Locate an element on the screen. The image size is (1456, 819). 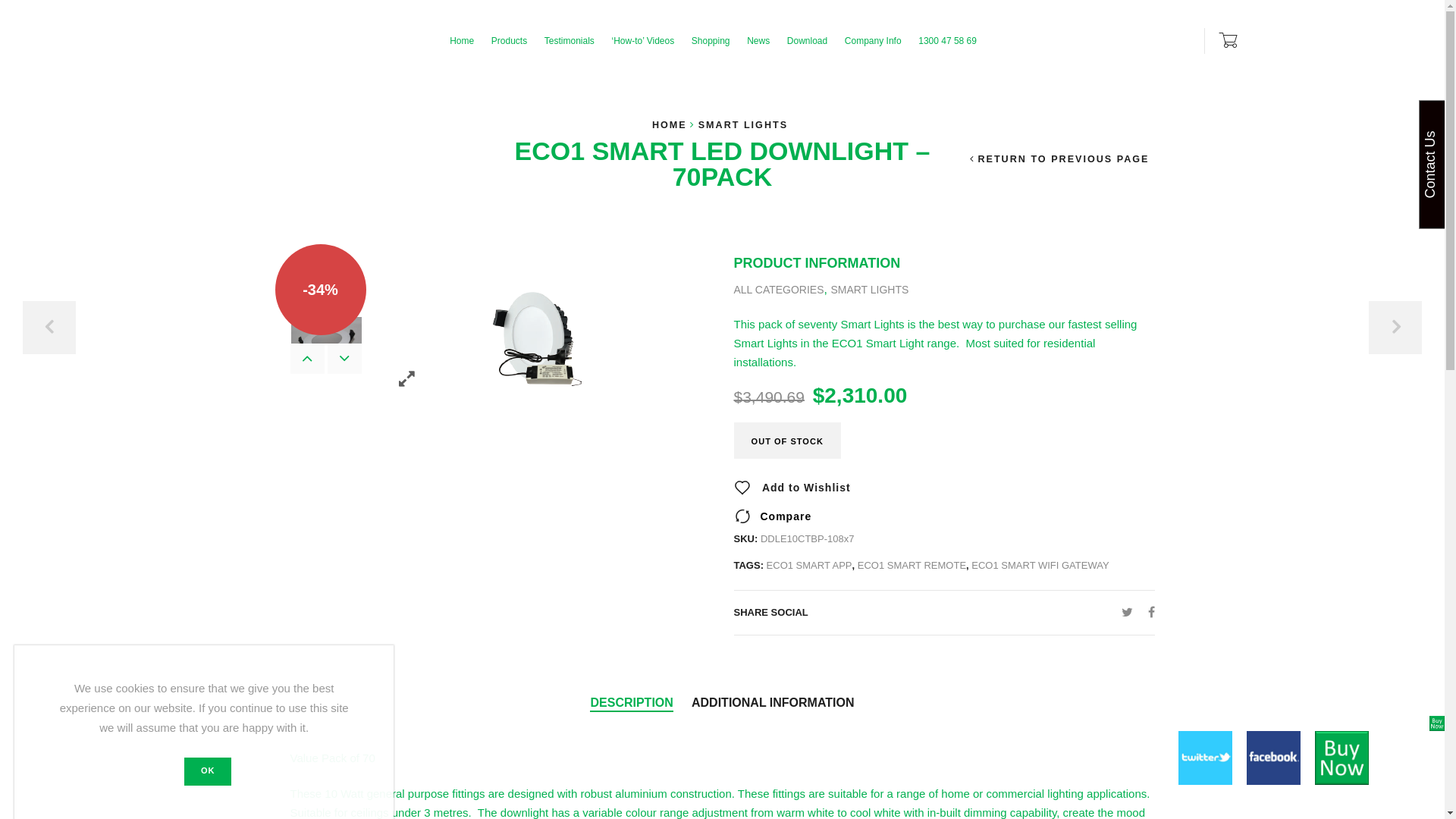
'SMART LIGHTS' is located at coordinates (869, 289).